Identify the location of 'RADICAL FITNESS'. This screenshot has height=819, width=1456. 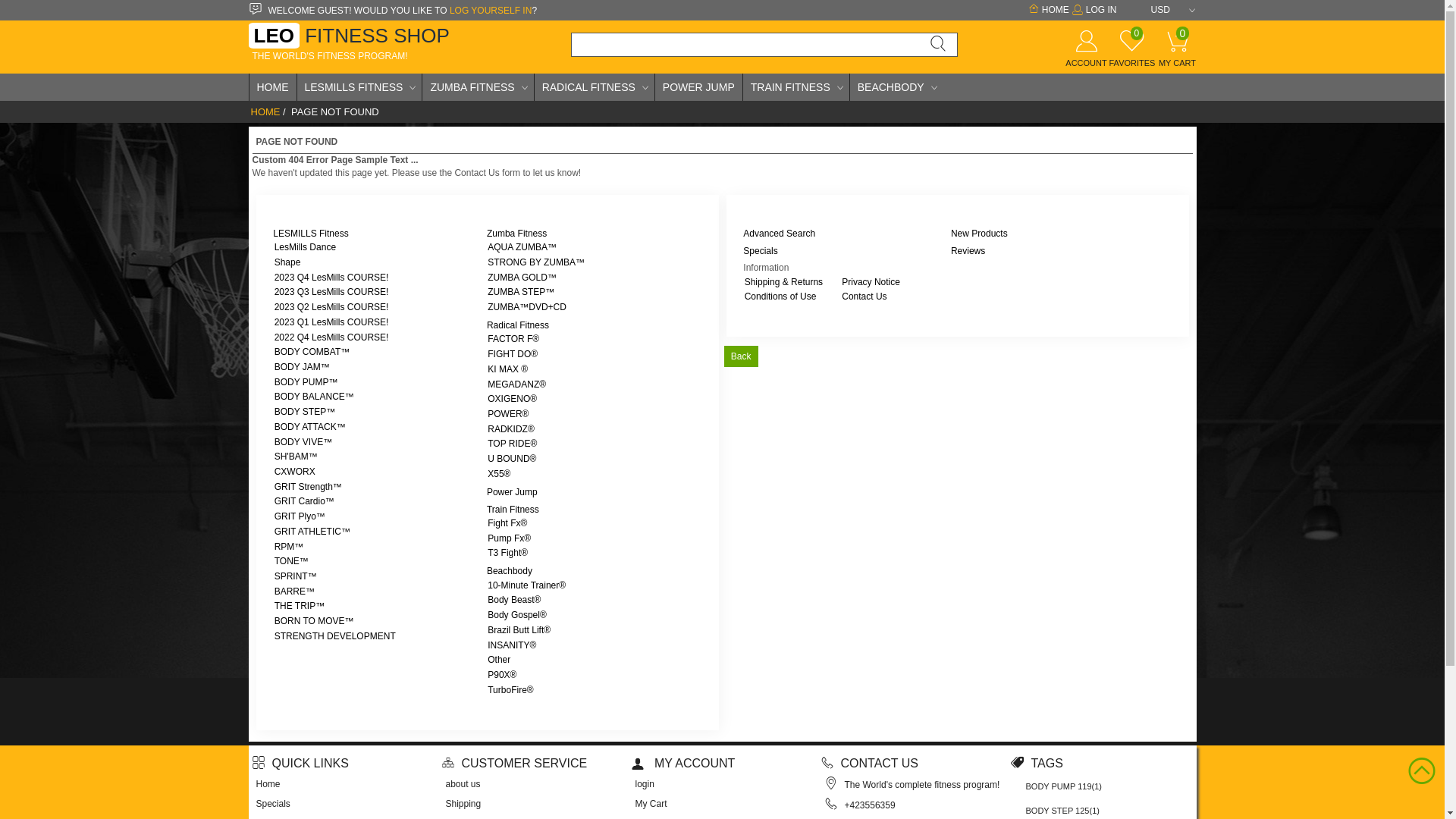
(535, 87).